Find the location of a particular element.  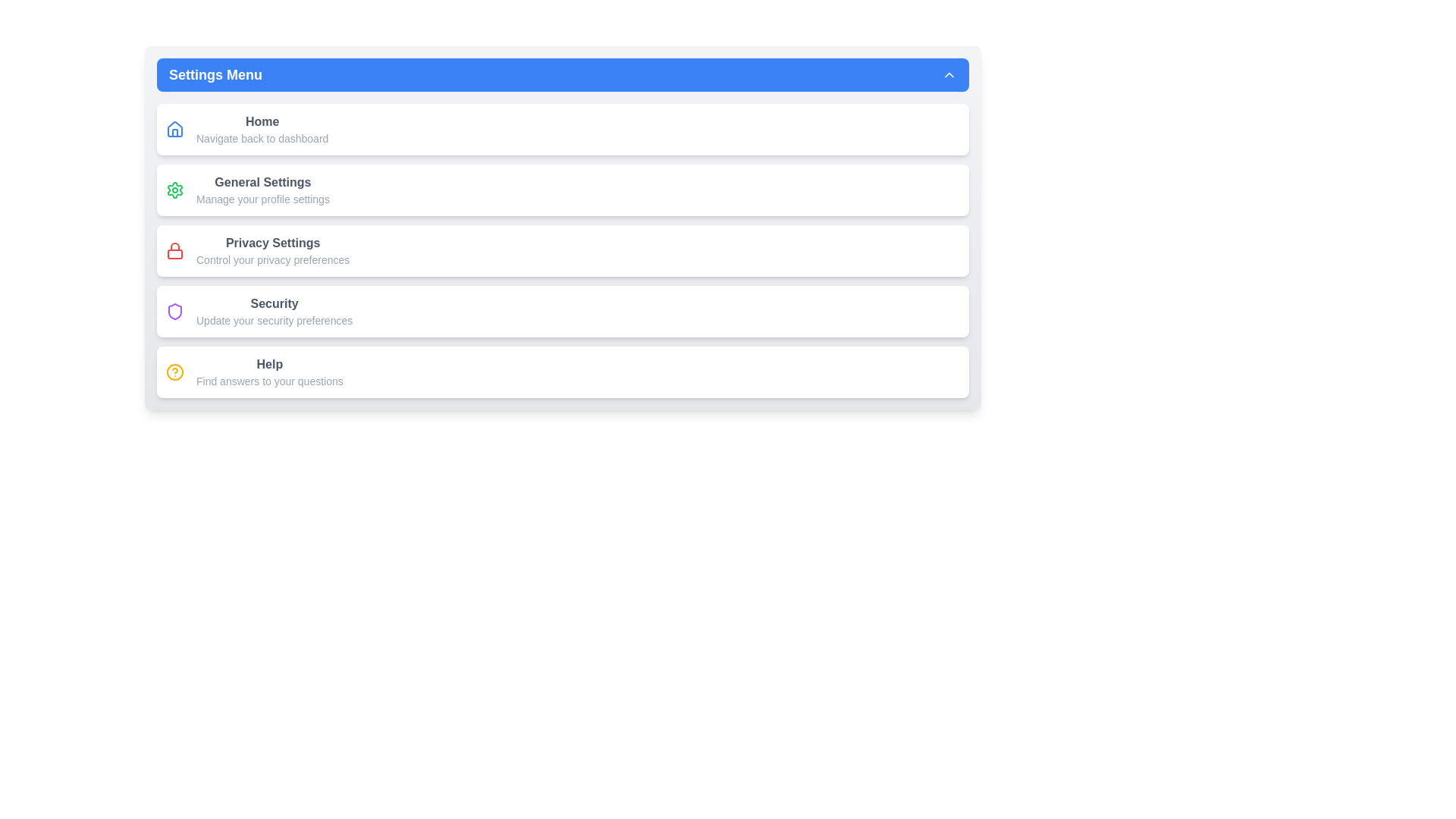

the 'Help' label in the settings menu, which is positioned directly above the text 'Find answers to your questions' is located at coordinates (269, 365).